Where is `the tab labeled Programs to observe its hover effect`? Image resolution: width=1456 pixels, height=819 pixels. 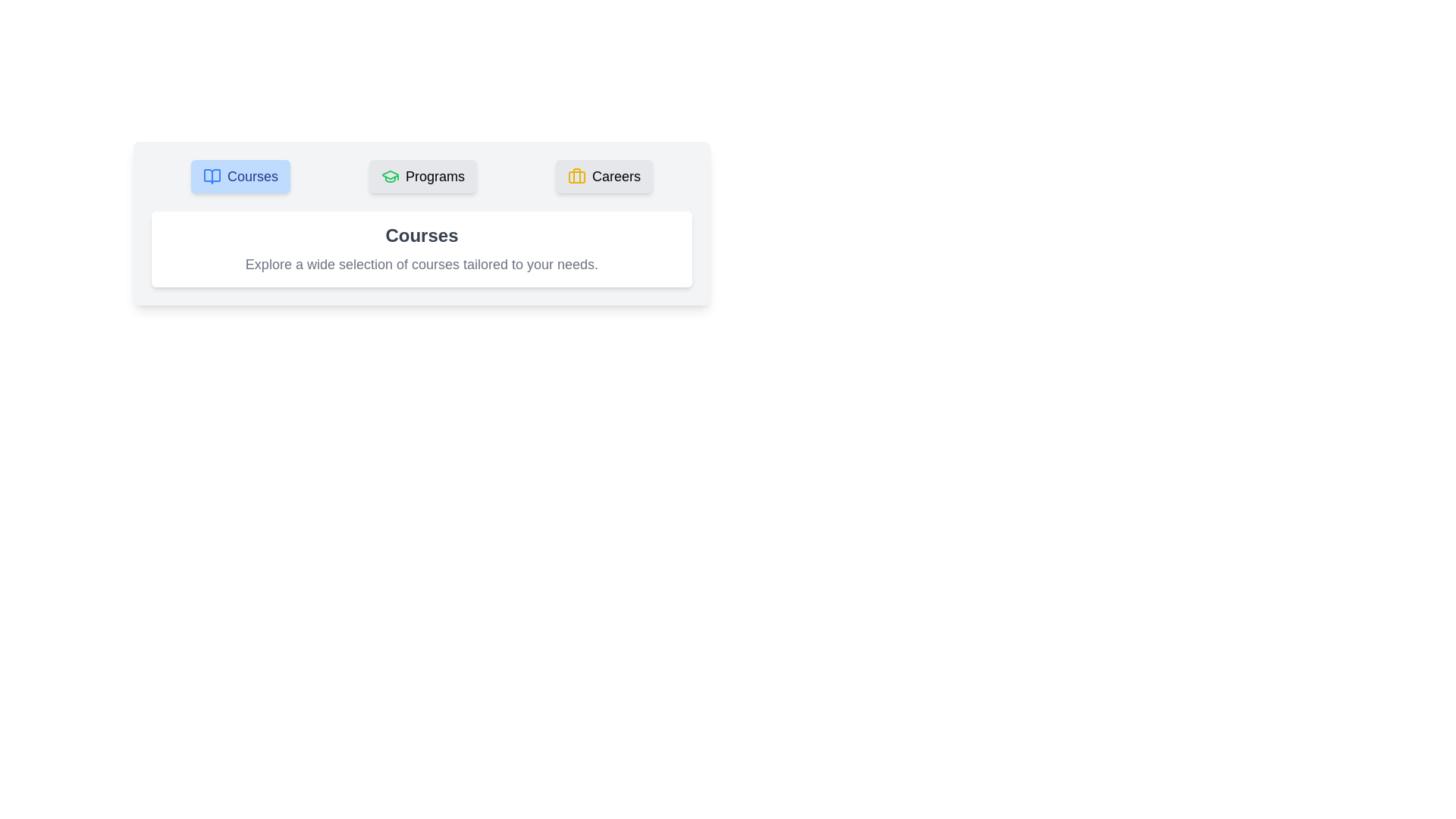
the tab labeled Programs to observe its hover effect is located at coordinates (422, 175).